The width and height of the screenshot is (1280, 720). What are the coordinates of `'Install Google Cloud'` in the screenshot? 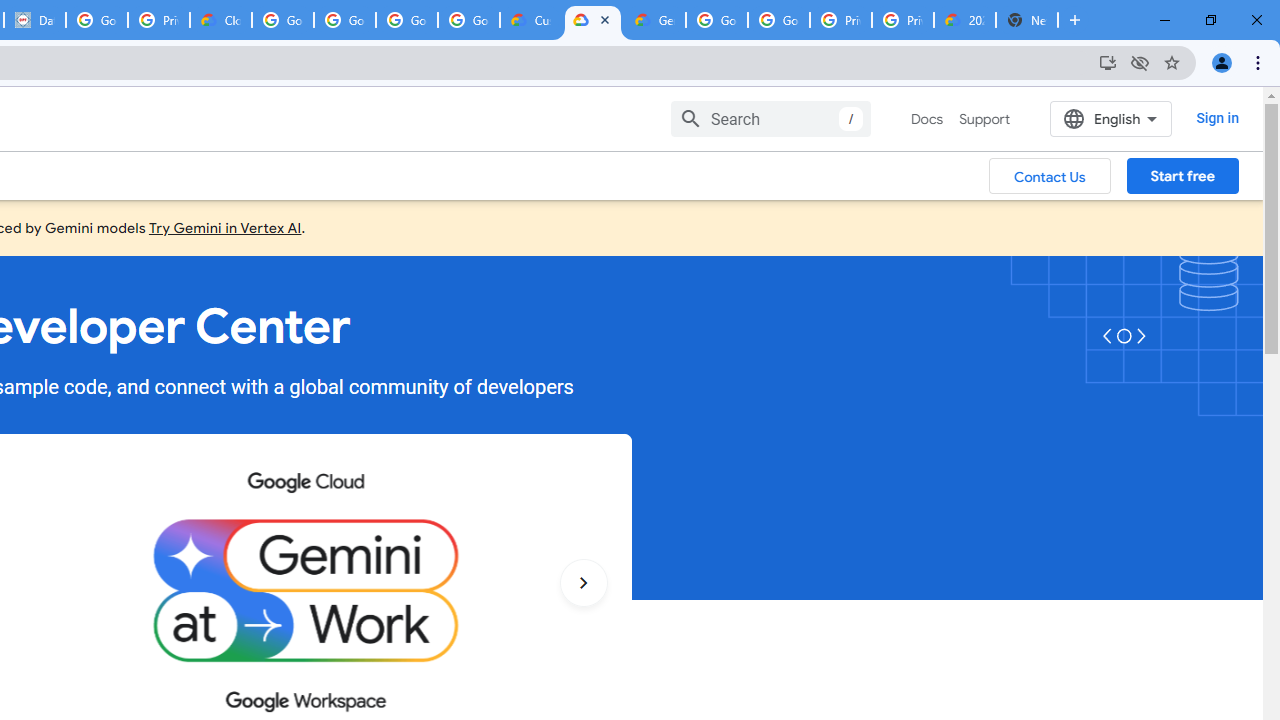 It's located at (1106, 61).